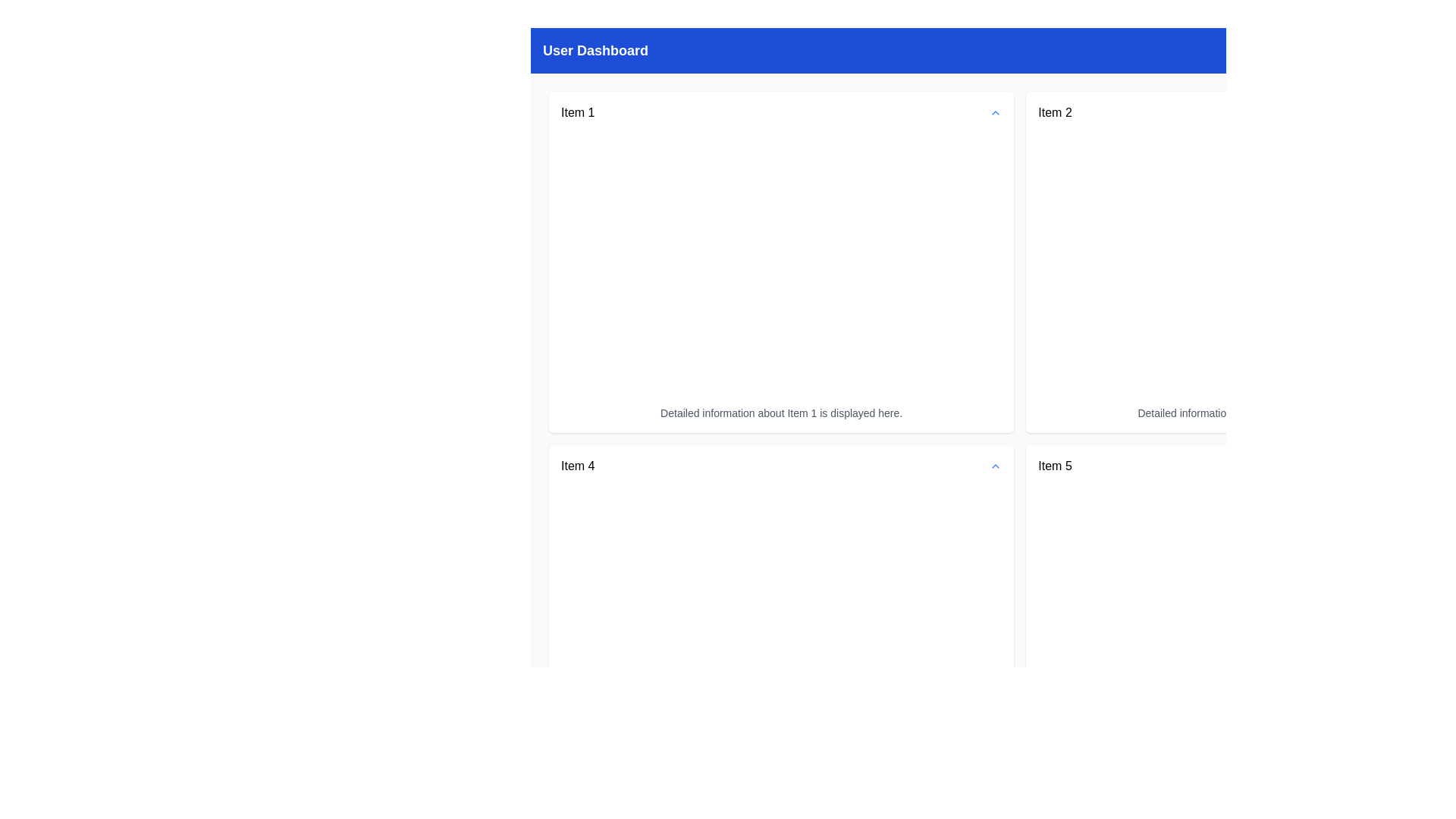 The image size is (1456, 819). Describe the element at coordinates (577, 465) in the screenshot. I see `the text element labeled 'Item 4', which is positioned in the bottom-left quadrant of the dashboard` at that location.